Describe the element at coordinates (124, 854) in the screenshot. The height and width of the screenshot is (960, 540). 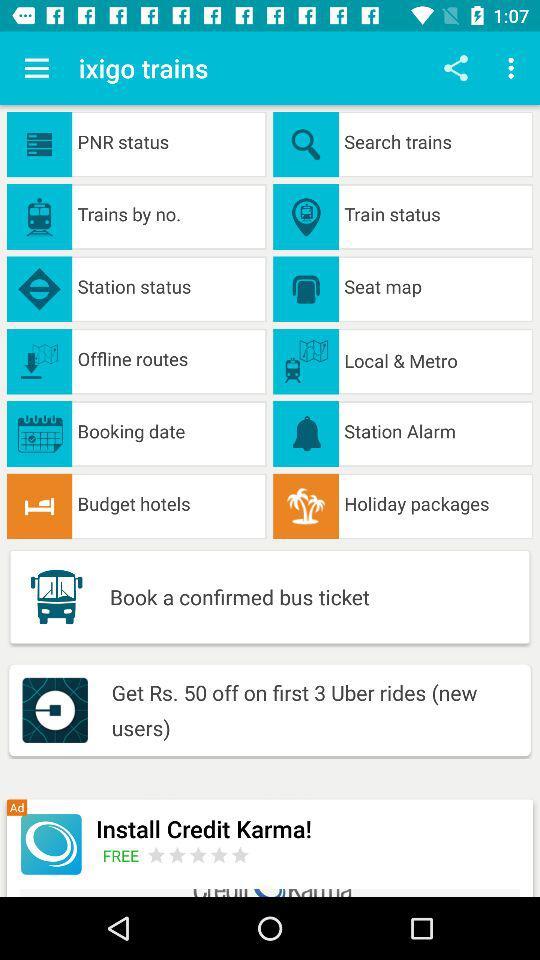
I see `free` at that location.